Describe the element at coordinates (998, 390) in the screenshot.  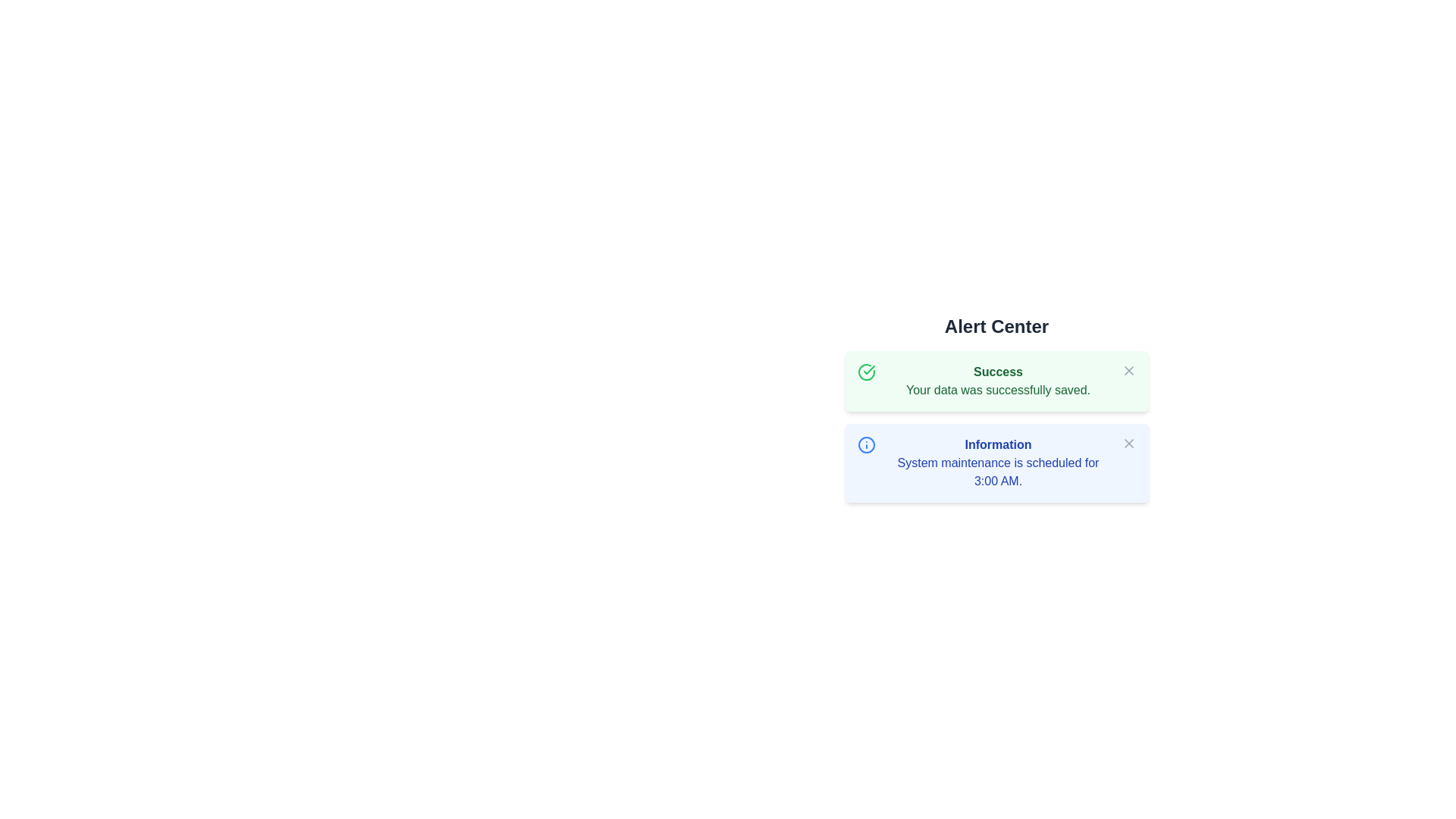
I see `the success notification text displaying 'Your data was successfully saved.' which is located below the 'Success' heading in a light green background` at that location.